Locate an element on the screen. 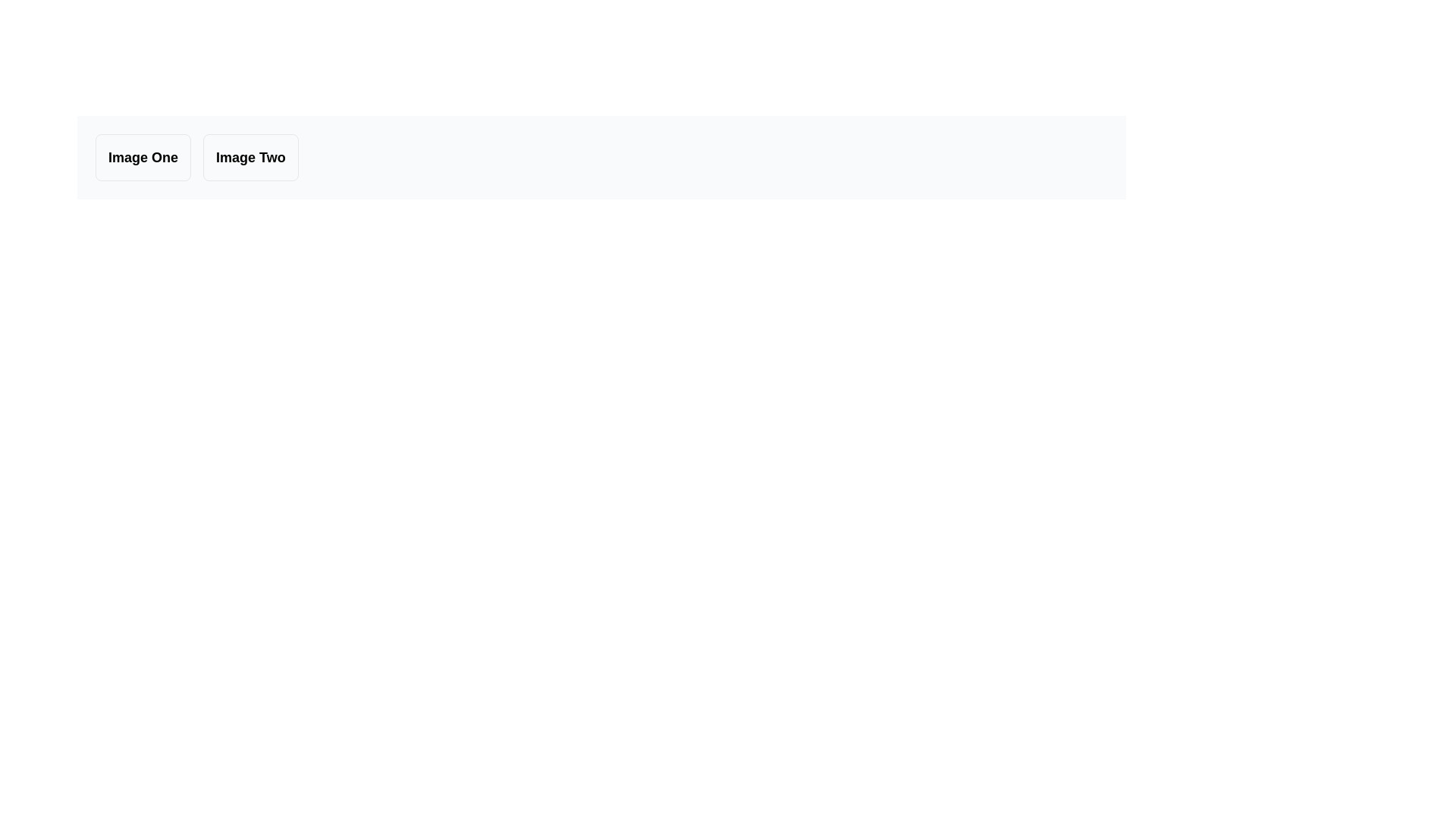  the button labeled 'Image Two' is located at coordinates (250, 158).